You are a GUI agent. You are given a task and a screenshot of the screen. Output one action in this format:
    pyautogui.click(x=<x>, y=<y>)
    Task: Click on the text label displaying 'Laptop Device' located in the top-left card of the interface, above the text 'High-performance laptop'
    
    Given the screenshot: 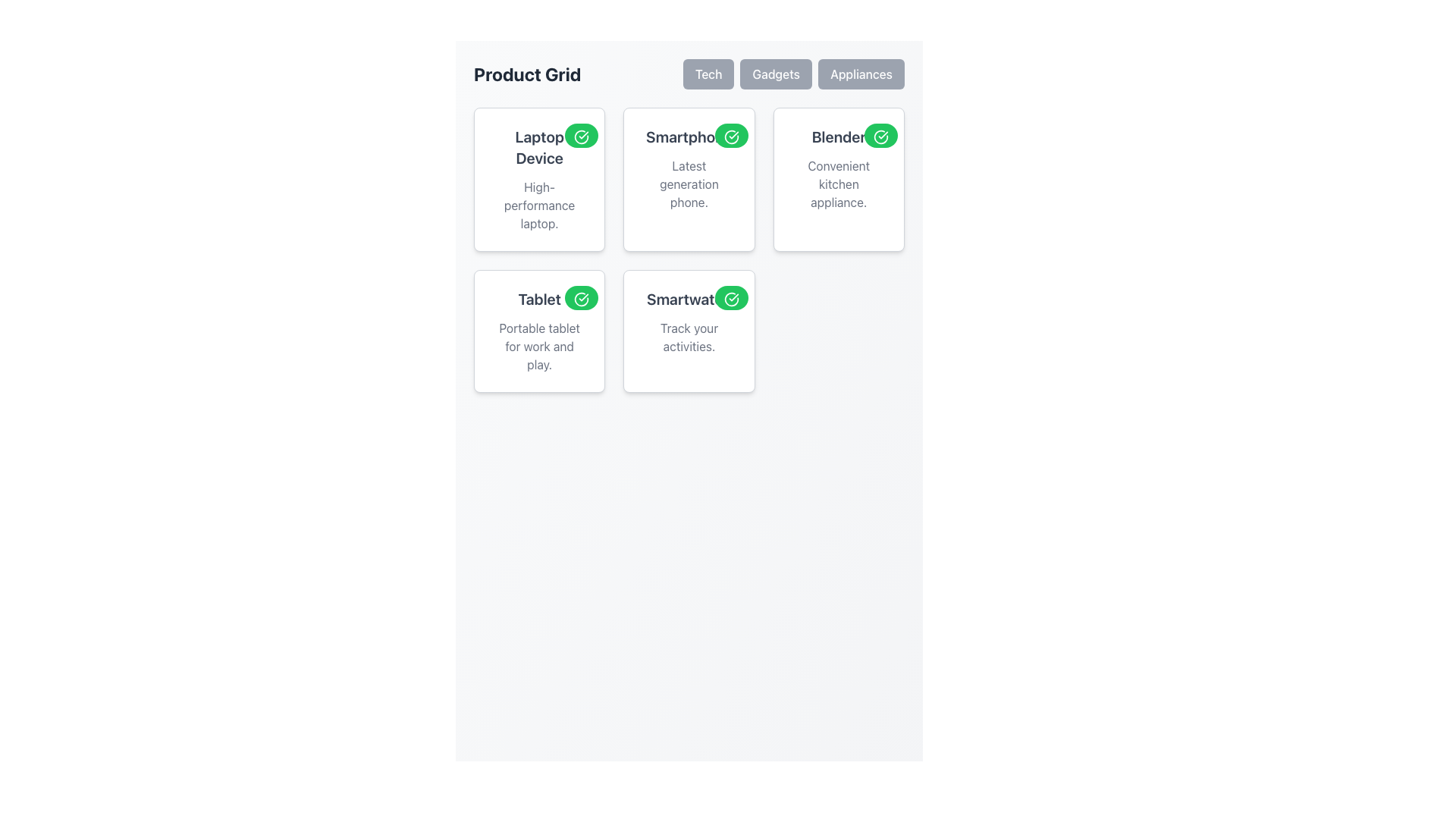 What is the action you would take?
    pyautogui.click(x=539, y=148)
    